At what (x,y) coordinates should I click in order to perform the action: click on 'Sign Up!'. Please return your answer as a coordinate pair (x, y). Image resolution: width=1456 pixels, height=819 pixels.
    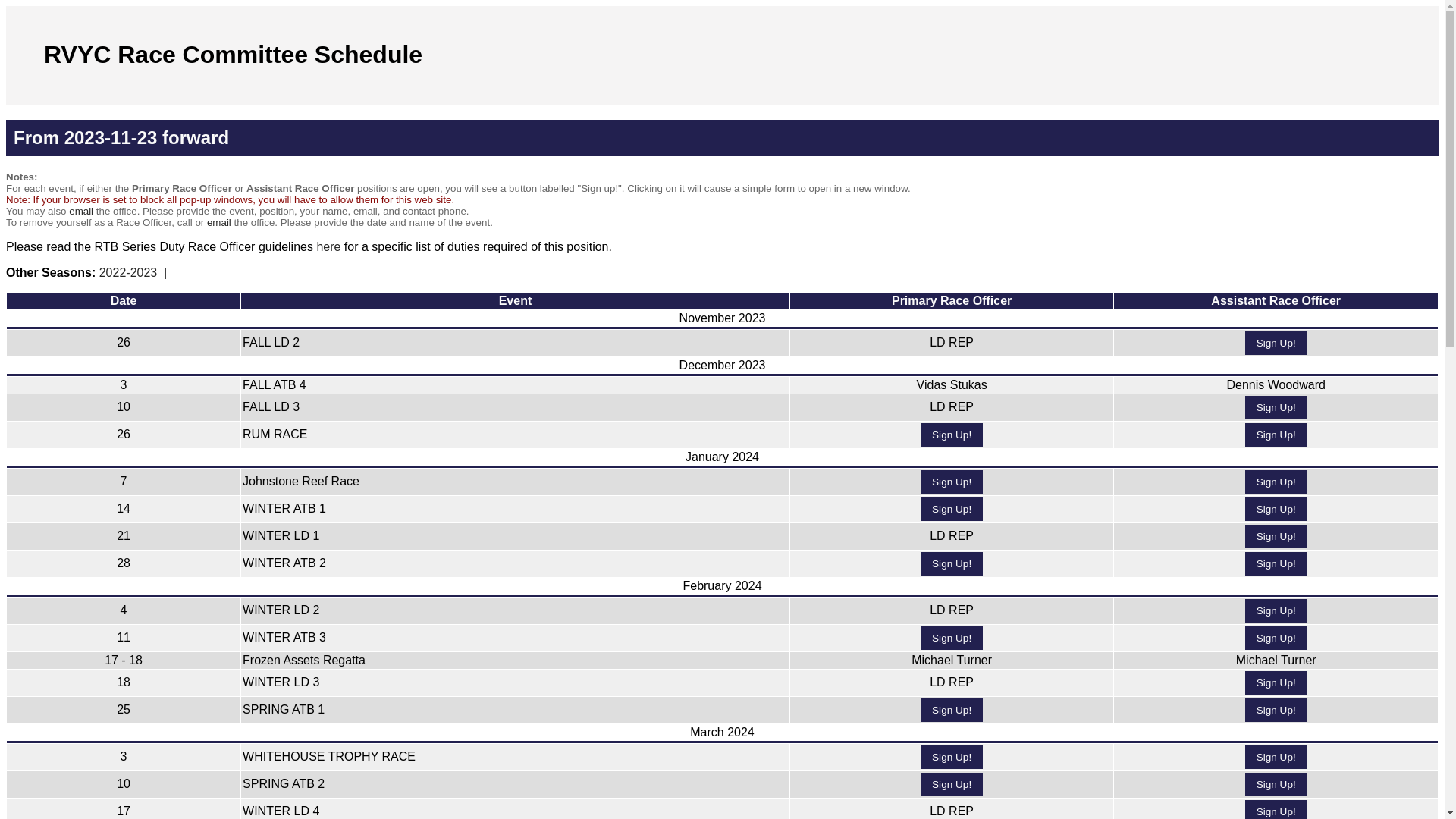
    Looking at the image, I should click on (1276, 343).